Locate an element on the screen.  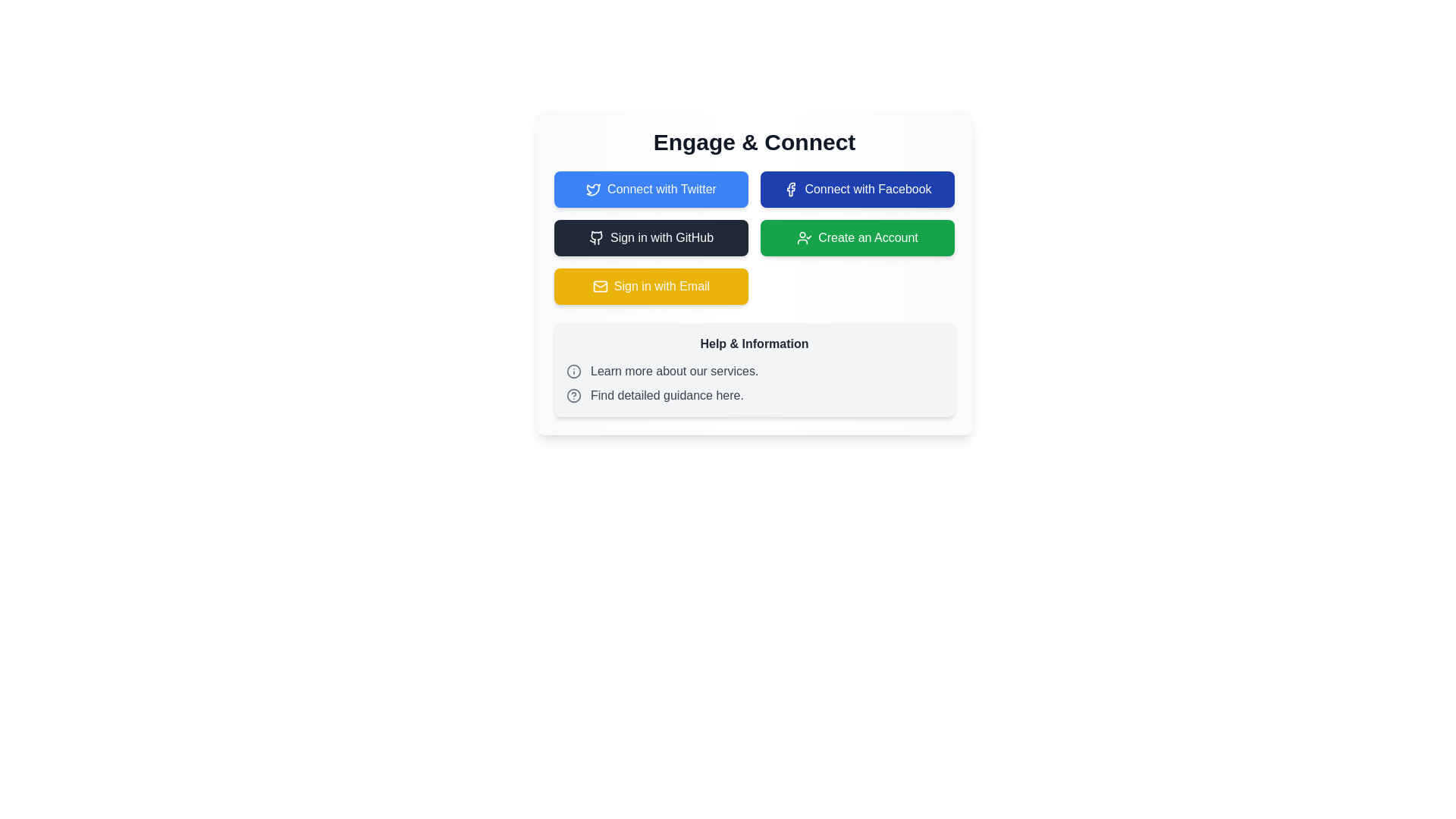
the sign-in button located in the 'Engage & Connect' section to proceed with sign-in using email is located at coordinates (651, 287).